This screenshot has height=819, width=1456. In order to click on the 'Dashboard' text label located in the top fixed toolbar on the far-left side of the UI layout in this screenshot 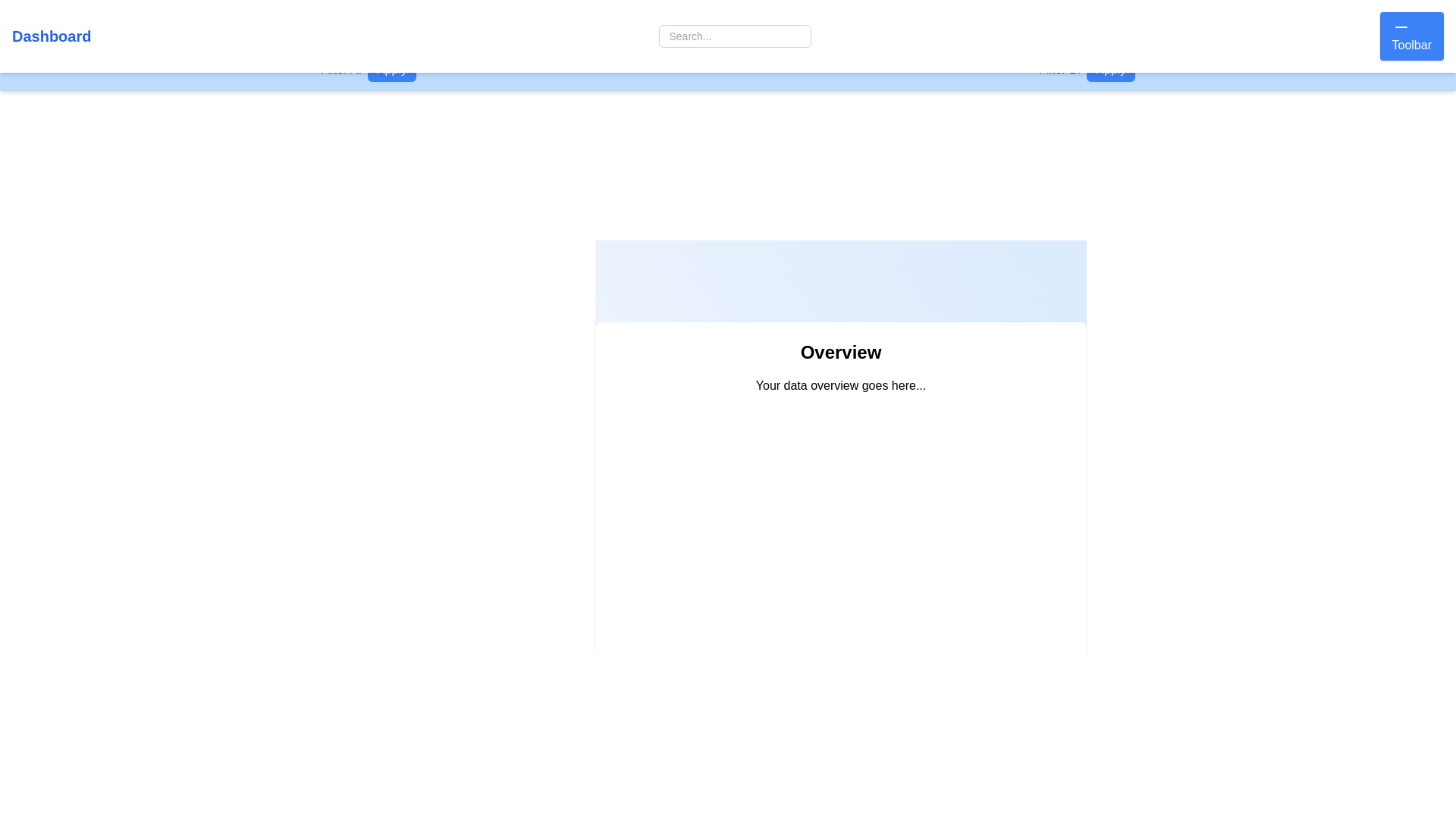, I will do `click(52, 35)`.